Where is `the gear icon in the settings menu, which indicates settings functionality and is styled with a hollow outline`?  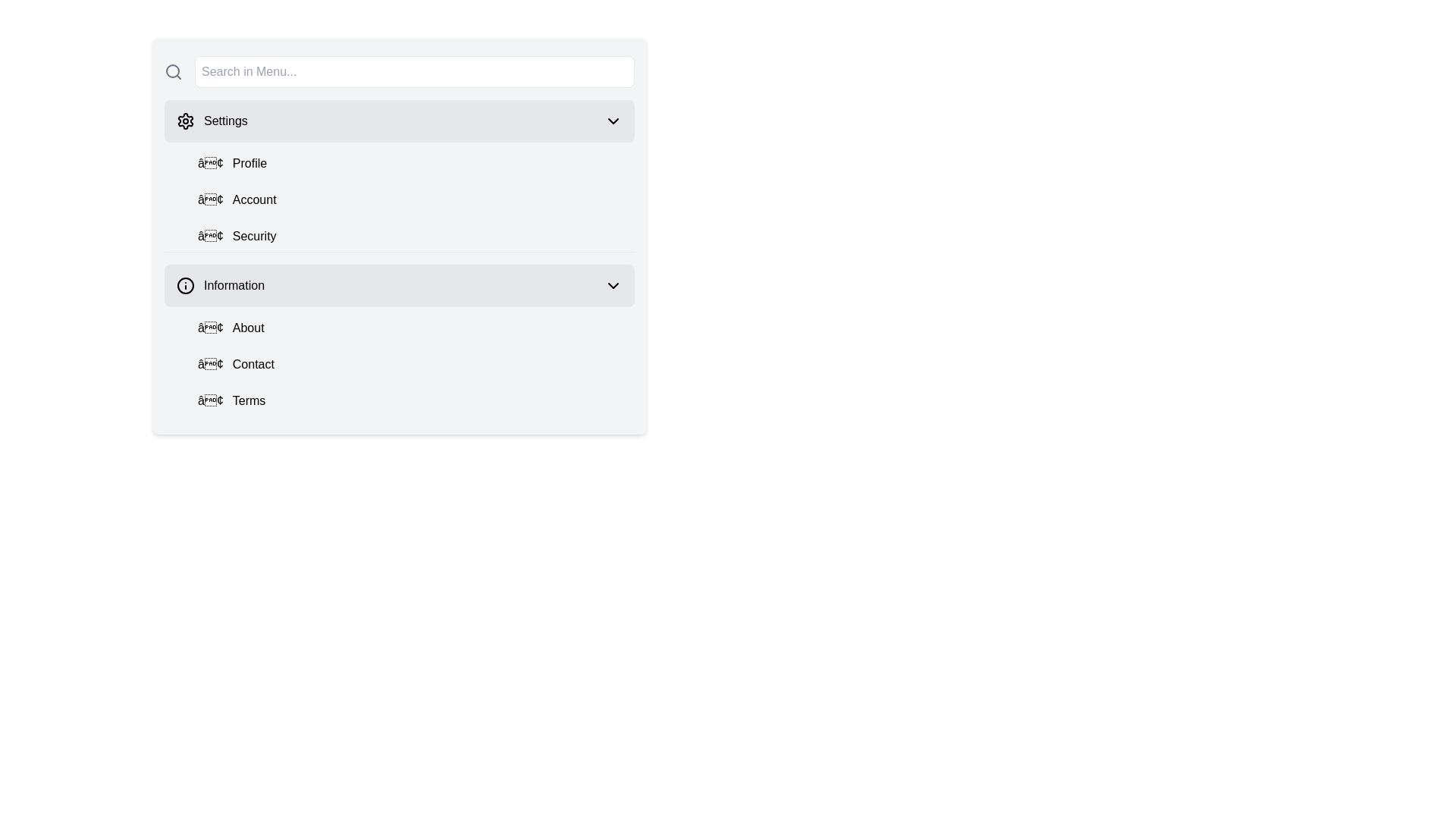
the gear icon in the settings menu, which indicates settings functionality and is styled with a hollow outline is located at coordinates (184, 120).